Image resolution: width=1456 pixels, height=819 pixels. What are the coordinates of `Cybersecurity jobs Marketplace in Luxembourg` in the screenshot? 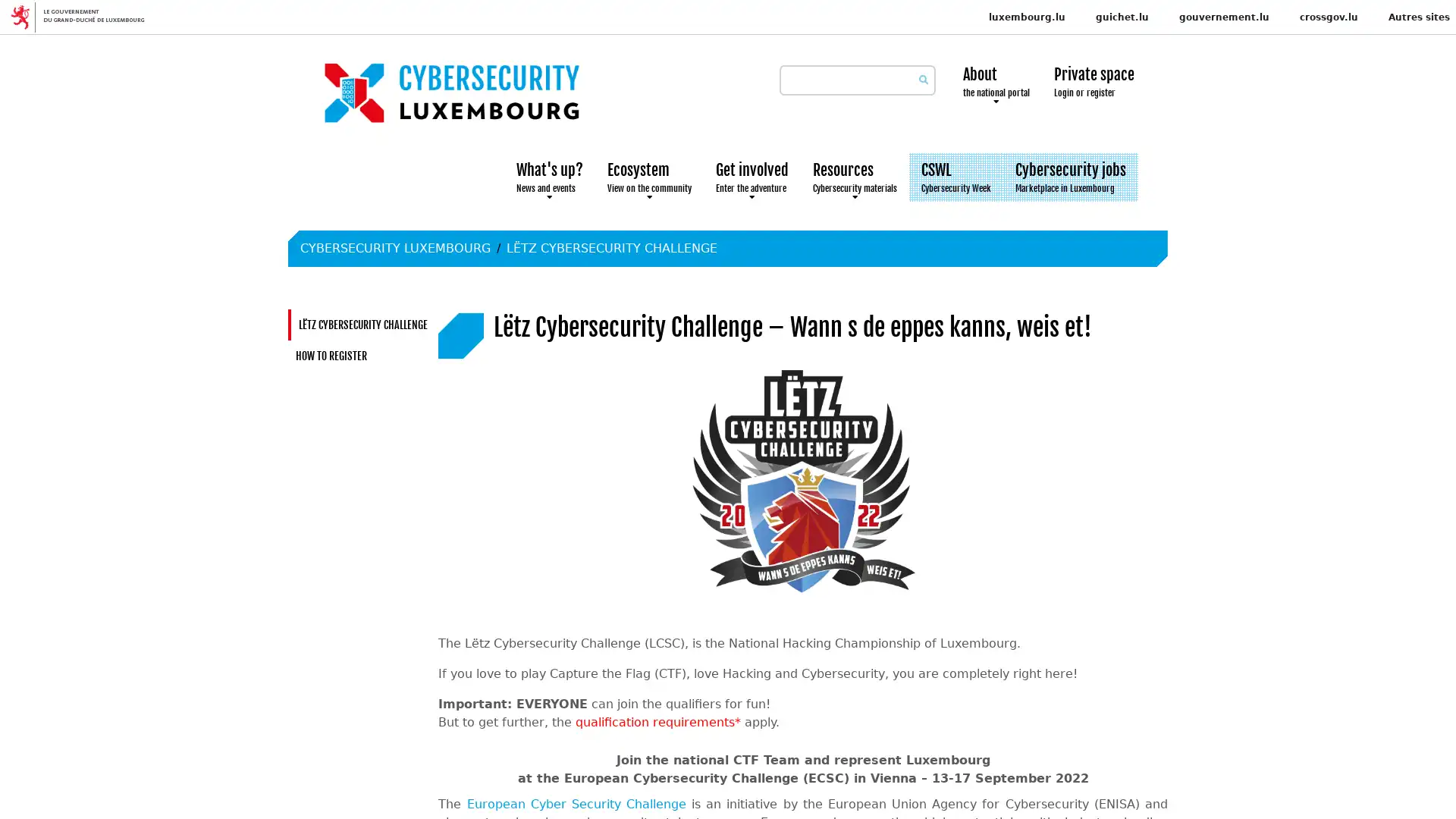 It's located at (1069, 177).